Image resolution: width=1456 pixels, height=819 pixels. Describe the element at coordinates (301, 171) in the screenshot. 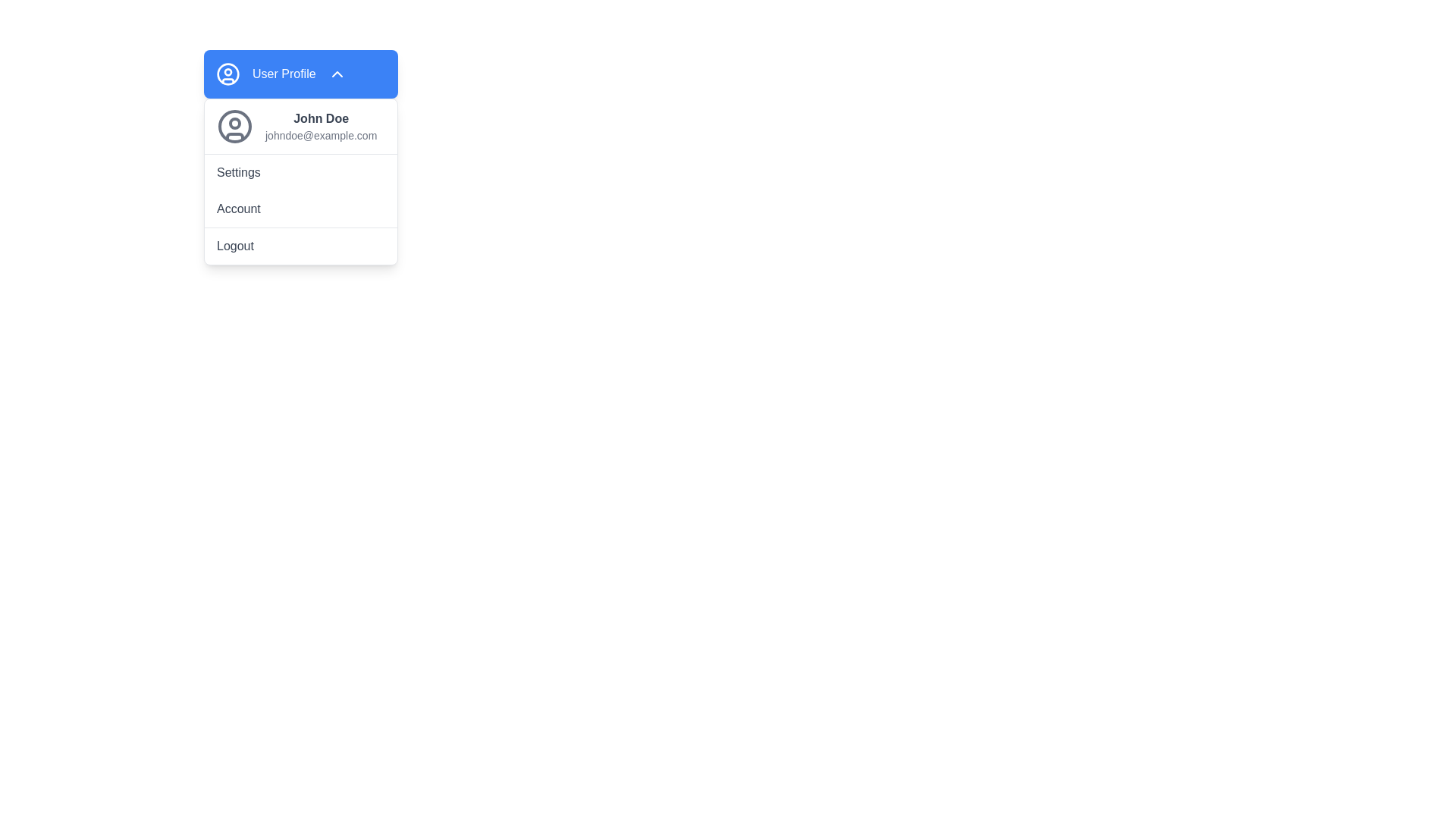

I see `the second item in the dropdown menu under the 'User Profile' button` at that location.